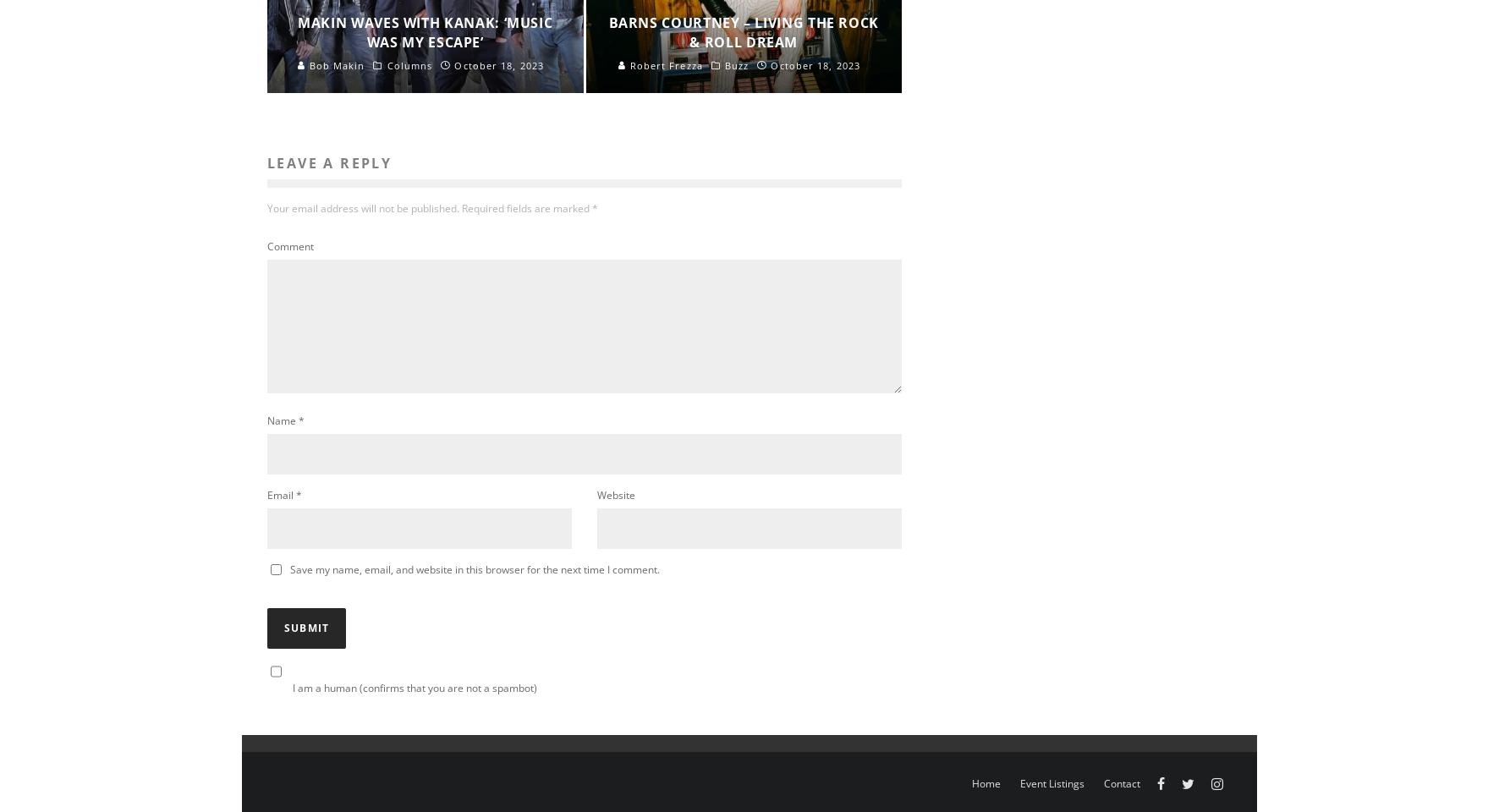 The image size is (1499, 812). What do you see at coordinates (329, 162) in the screenshot?
I see `'Leave a Reply'` at bounding box center [329, 162].